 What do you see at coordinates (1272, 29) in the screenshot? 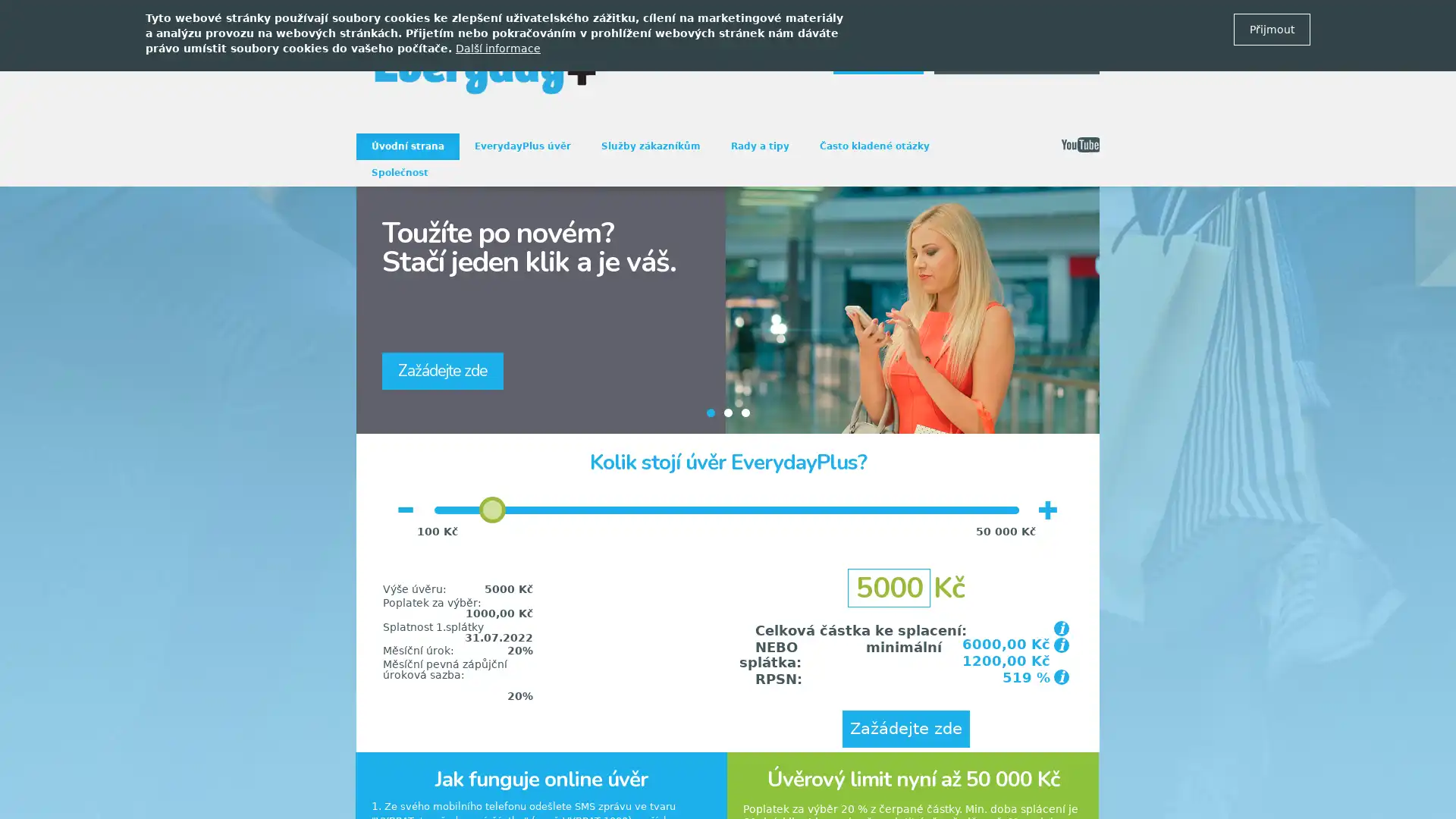
I see `Prijmout` at bounding box center [1272, 29].